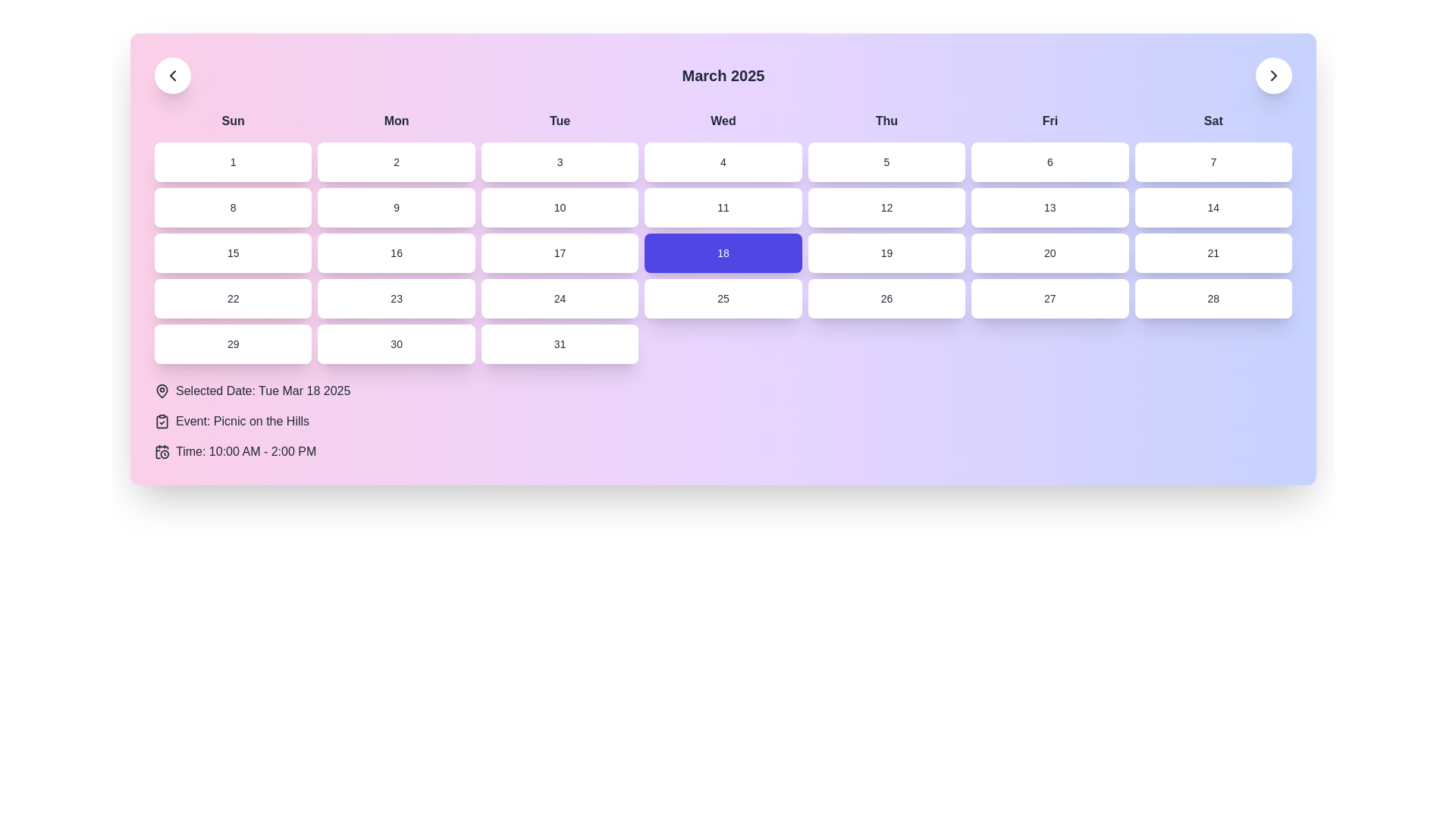 The image size is (1456, 819). I want to click on the button representing the 19th day in the calendar interface, located in the fifth position of the third row under the 'Thu' column, so click(886, 253).